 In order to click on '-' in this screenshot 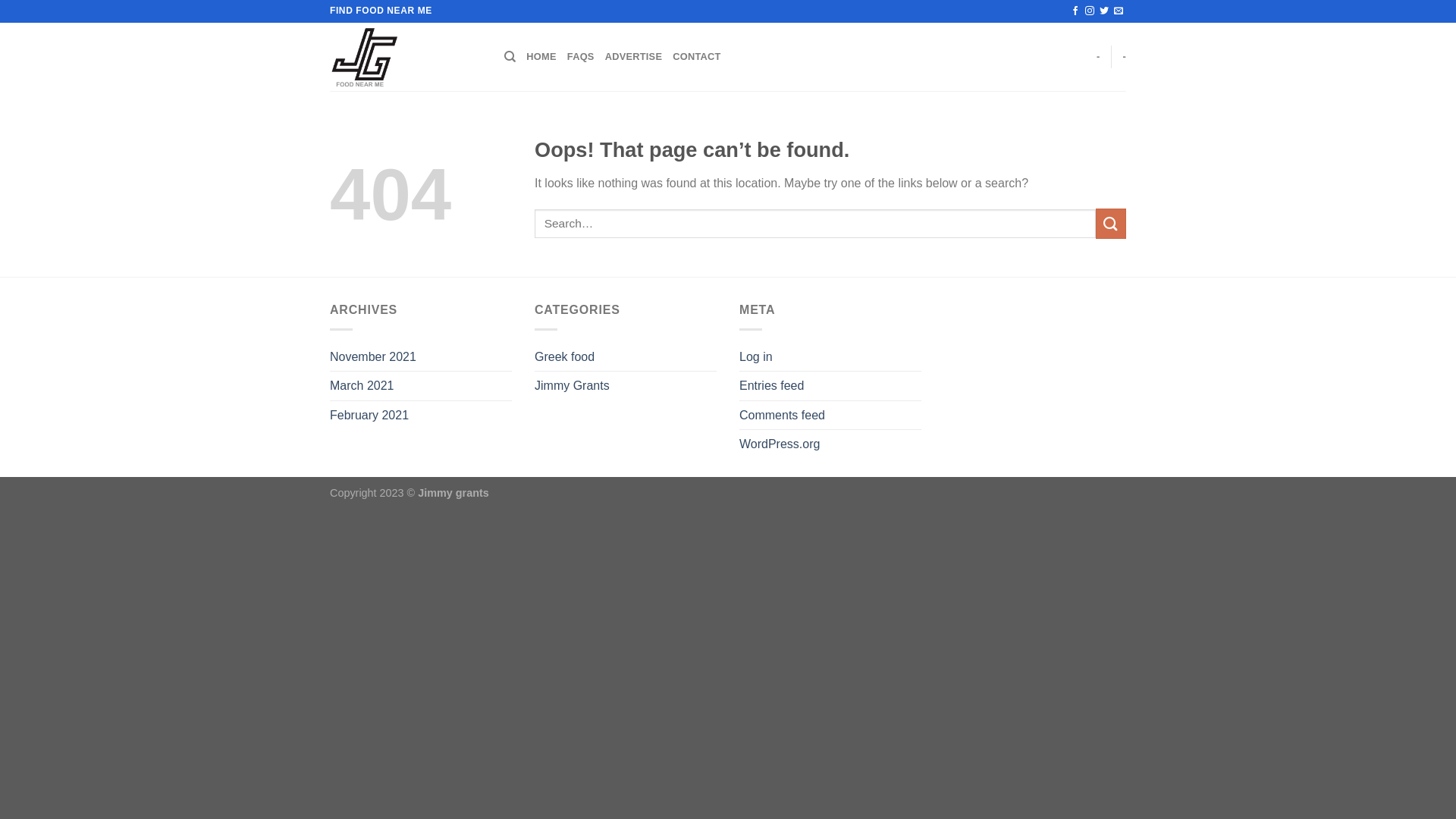, I will do `click(1124, 55)`.